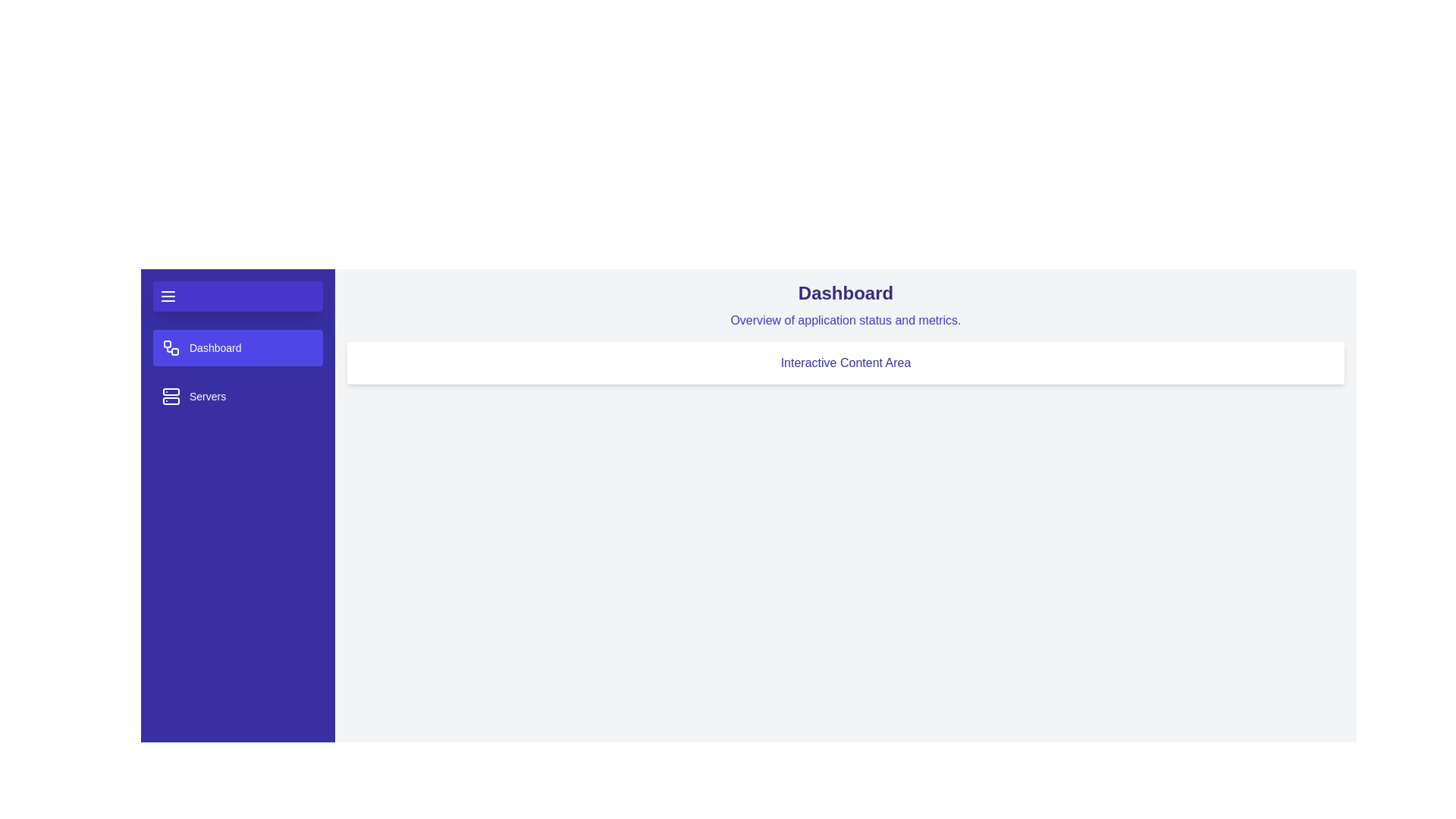  I want to click on the menu item Dashboard to highlight it, so click(237, 348).